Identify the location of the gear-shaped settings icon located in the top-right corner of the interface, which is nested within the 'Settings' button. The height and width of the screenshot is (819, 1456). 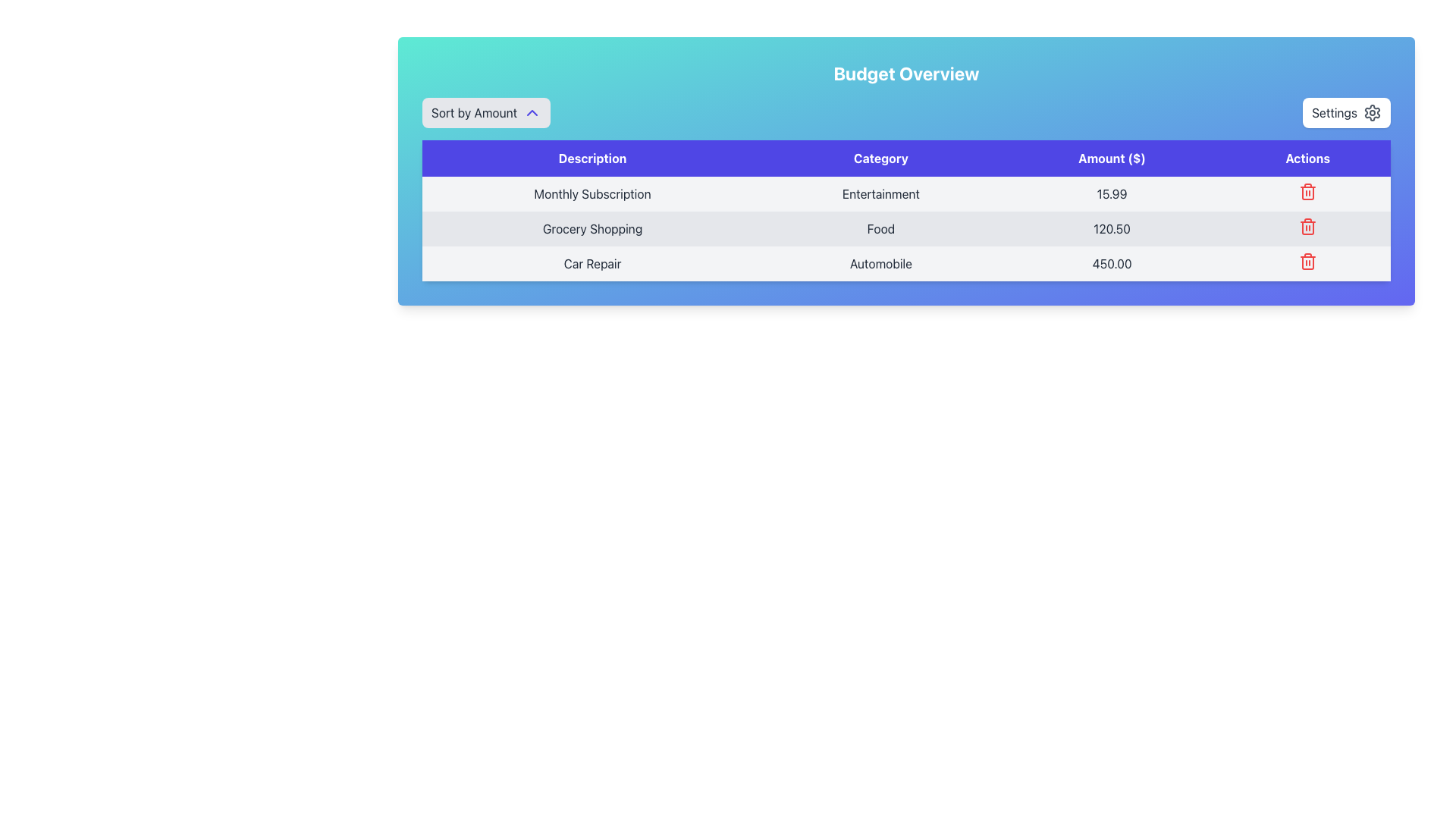
(1372, 112).